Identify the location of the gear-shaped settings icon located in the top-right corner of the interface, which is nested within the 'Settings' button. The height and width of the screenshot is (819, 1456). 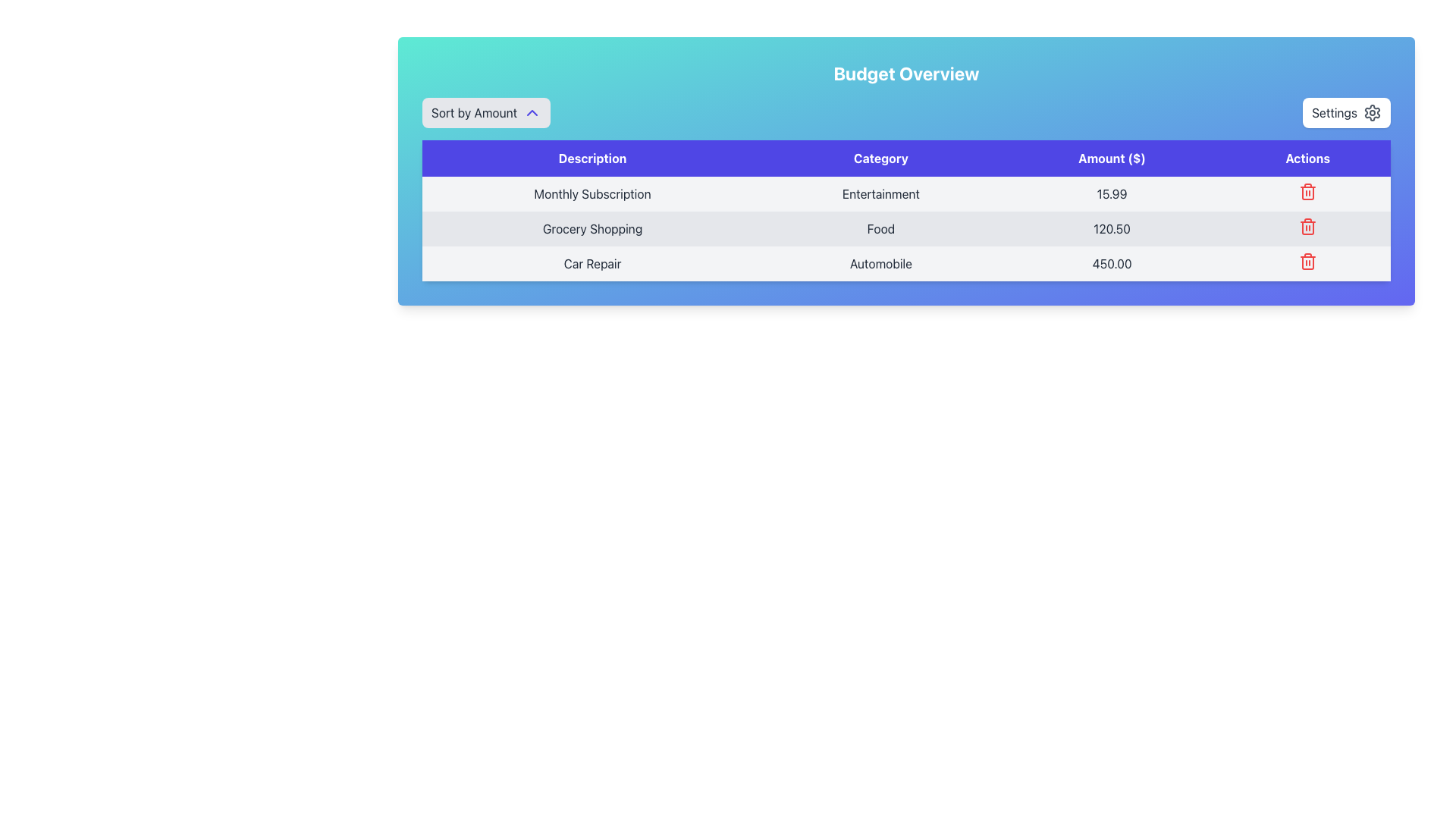
(1372, 112).